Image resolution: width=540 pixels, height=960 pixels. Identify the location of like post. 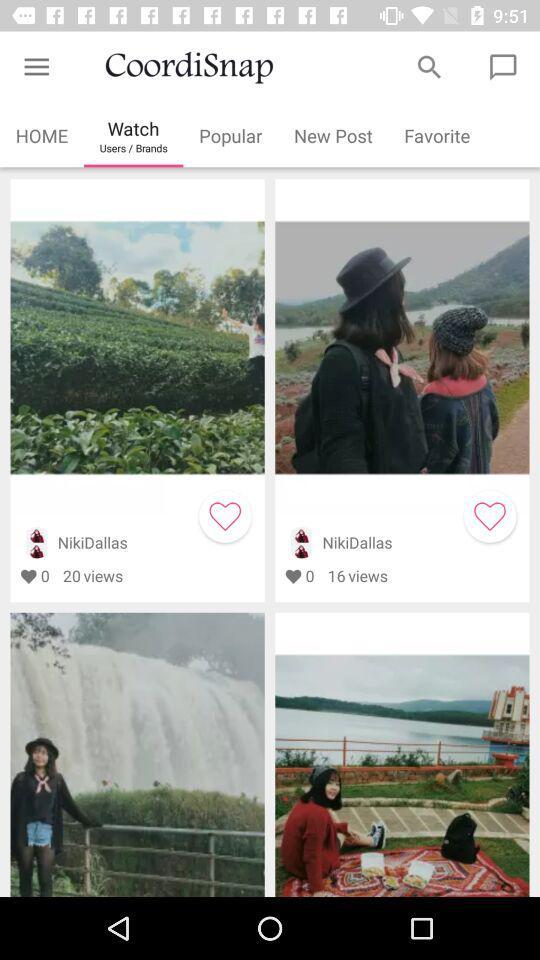
(489, 515).